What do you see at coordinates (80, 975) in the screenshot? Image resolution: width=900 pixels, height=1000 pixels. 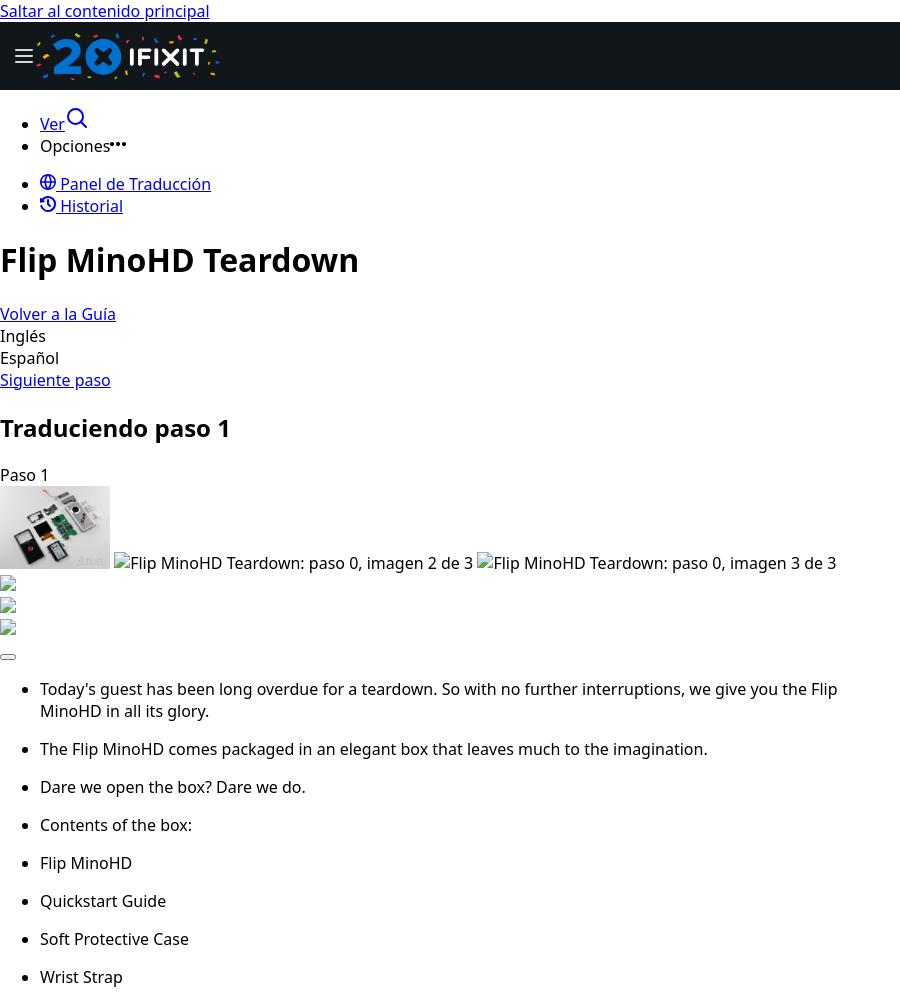 I see `'Wrist Strap'` at bounding box center [80, 975].